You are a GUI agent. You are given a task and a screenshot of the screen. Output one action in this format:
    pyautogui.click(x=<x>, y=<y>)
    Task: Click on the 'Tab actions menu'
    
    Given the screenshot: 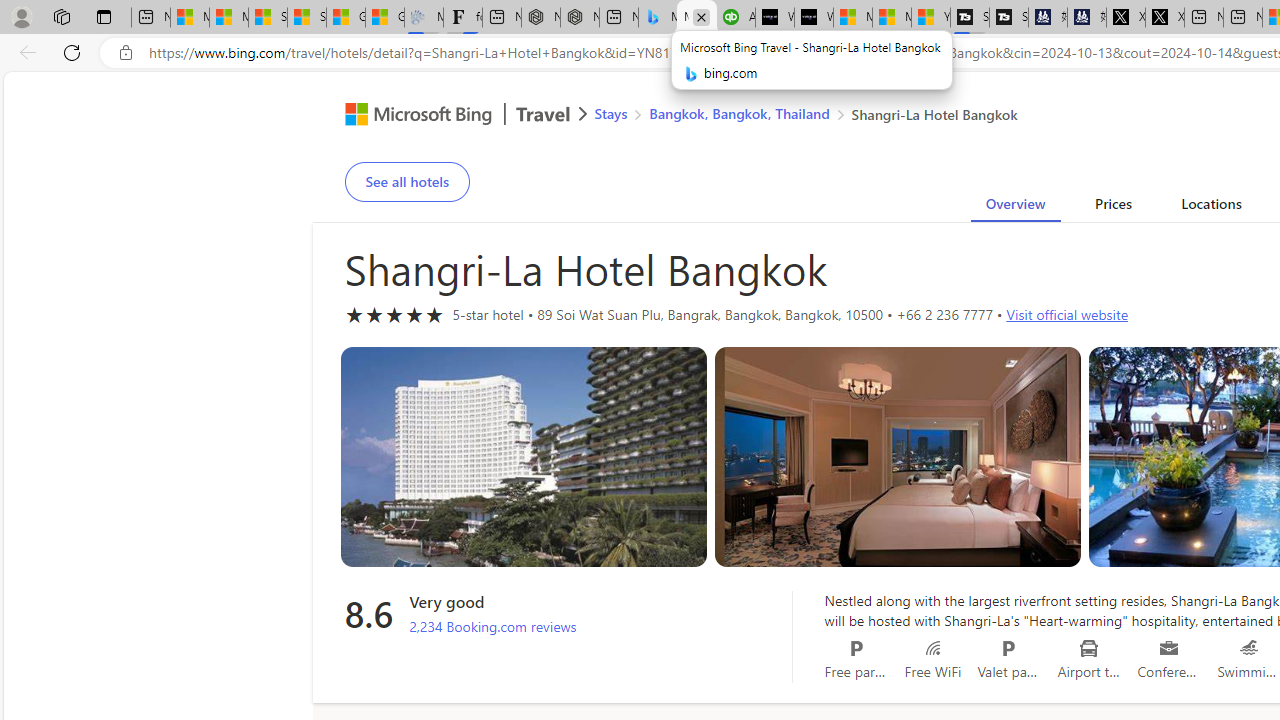 What is the action you would take?
    pyautogui.click(x=103, y=16)
    